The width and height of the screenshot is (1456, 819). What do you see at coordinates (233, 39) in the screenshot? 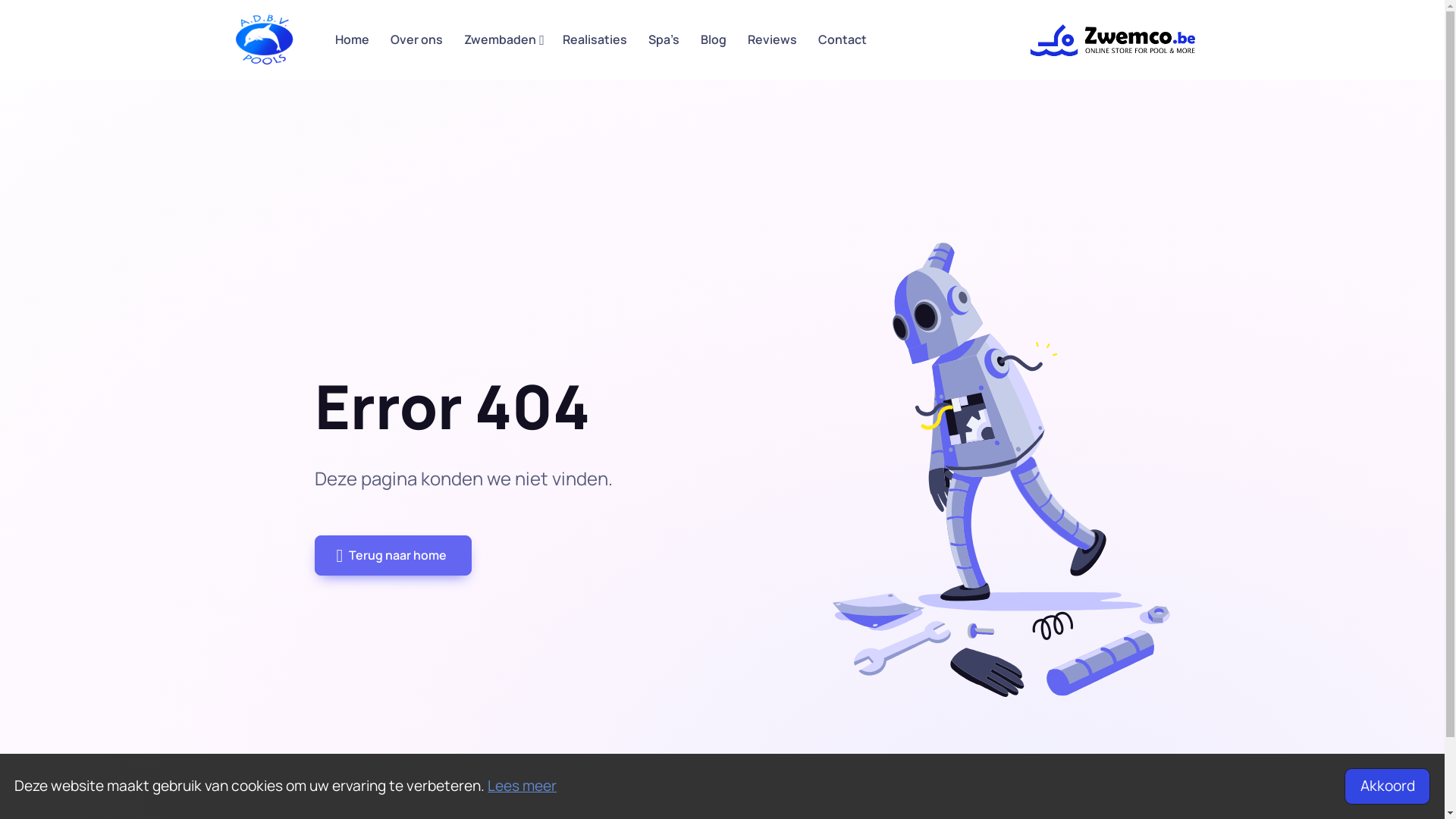
I see `'Skip to navigation'` at bounding box center [233, 39].